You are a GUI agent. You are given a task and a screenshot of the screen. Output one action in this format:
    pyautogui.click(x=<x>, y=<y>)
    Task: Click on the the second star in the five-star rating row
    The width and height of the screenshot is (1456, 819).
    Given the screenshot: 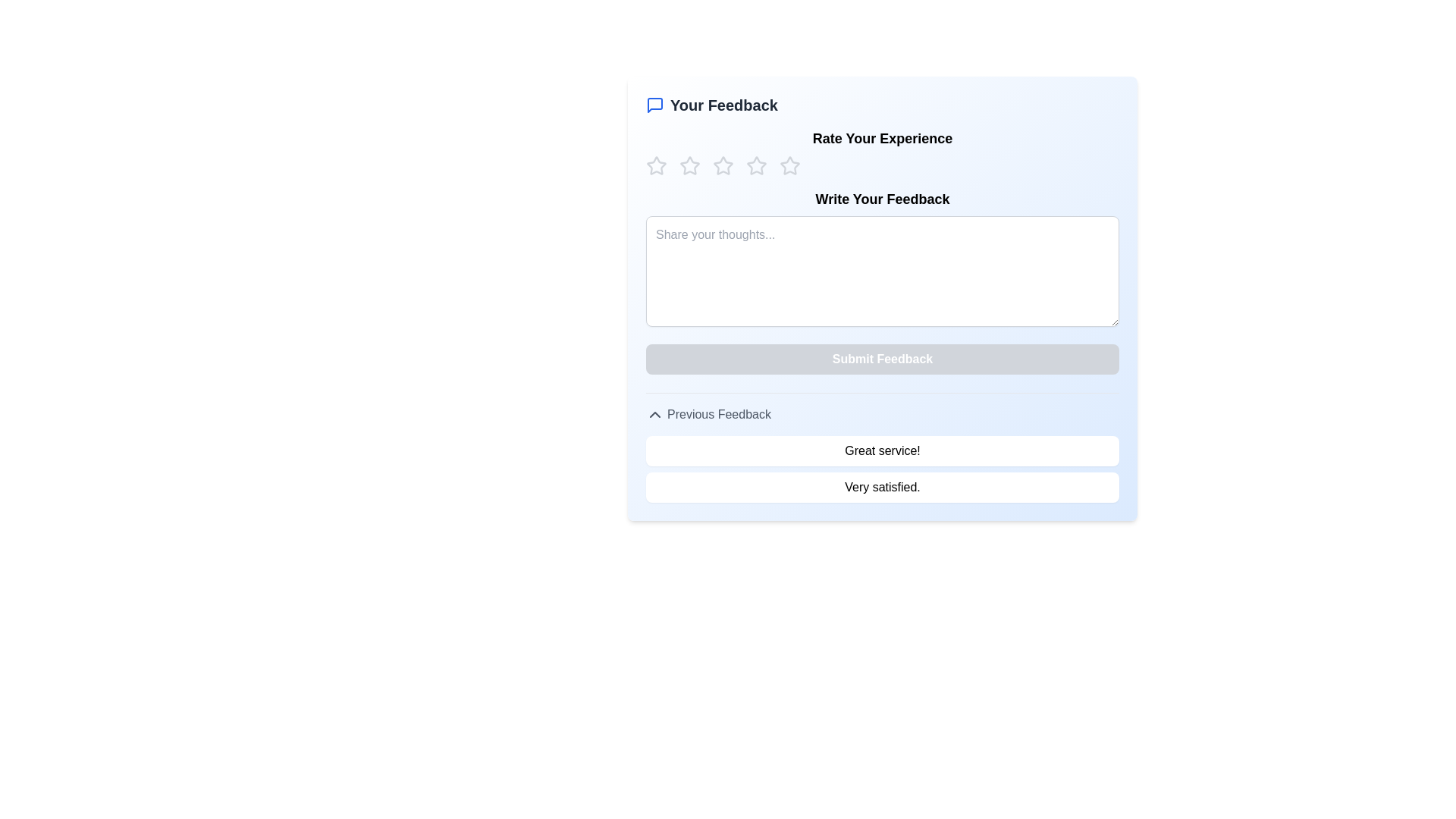 What is the action you would take?
    pyautogui.click(x=723, y=165)
    